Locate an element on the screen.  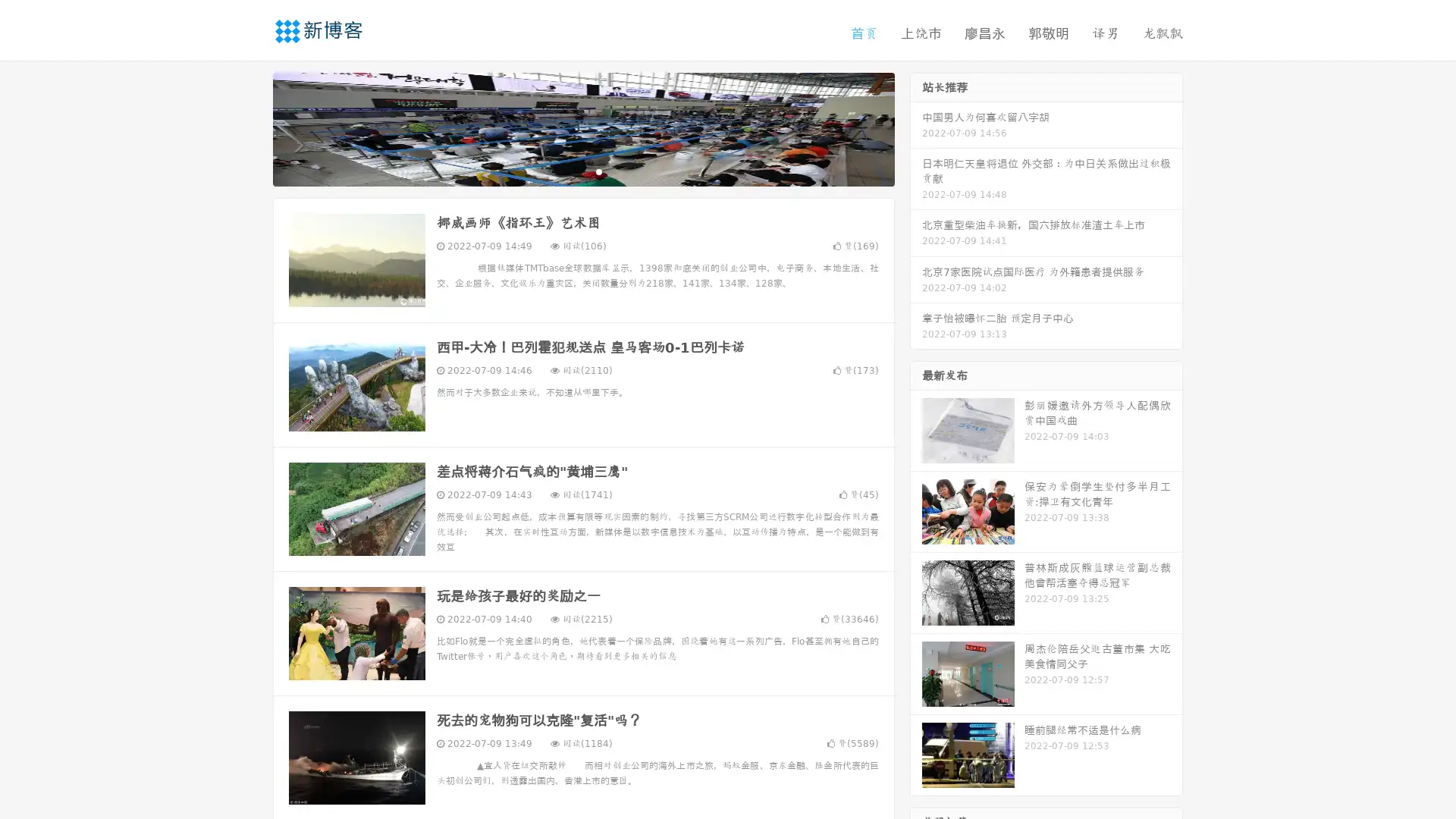
Go to slide 3 is located at coordinates (598, 171).